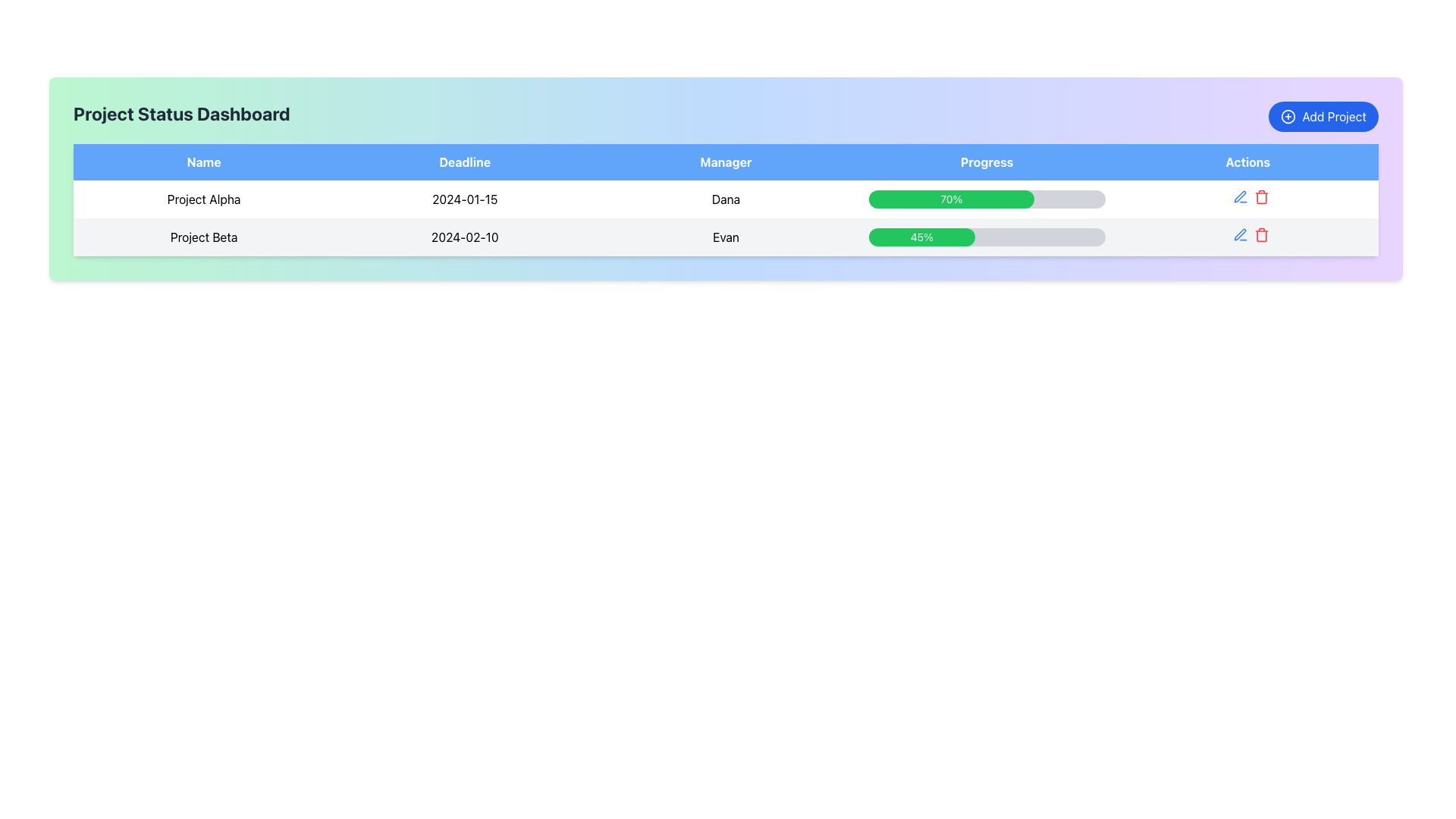 The height and width of the screenshot is (819, 1456). Describe the element at coordinates (1288, 116) in the screenshot. I see `the 'Add Project' SVG icon located to the left of the 'Add Project' text in the blue button at the top-right corner of the interface` at that location.